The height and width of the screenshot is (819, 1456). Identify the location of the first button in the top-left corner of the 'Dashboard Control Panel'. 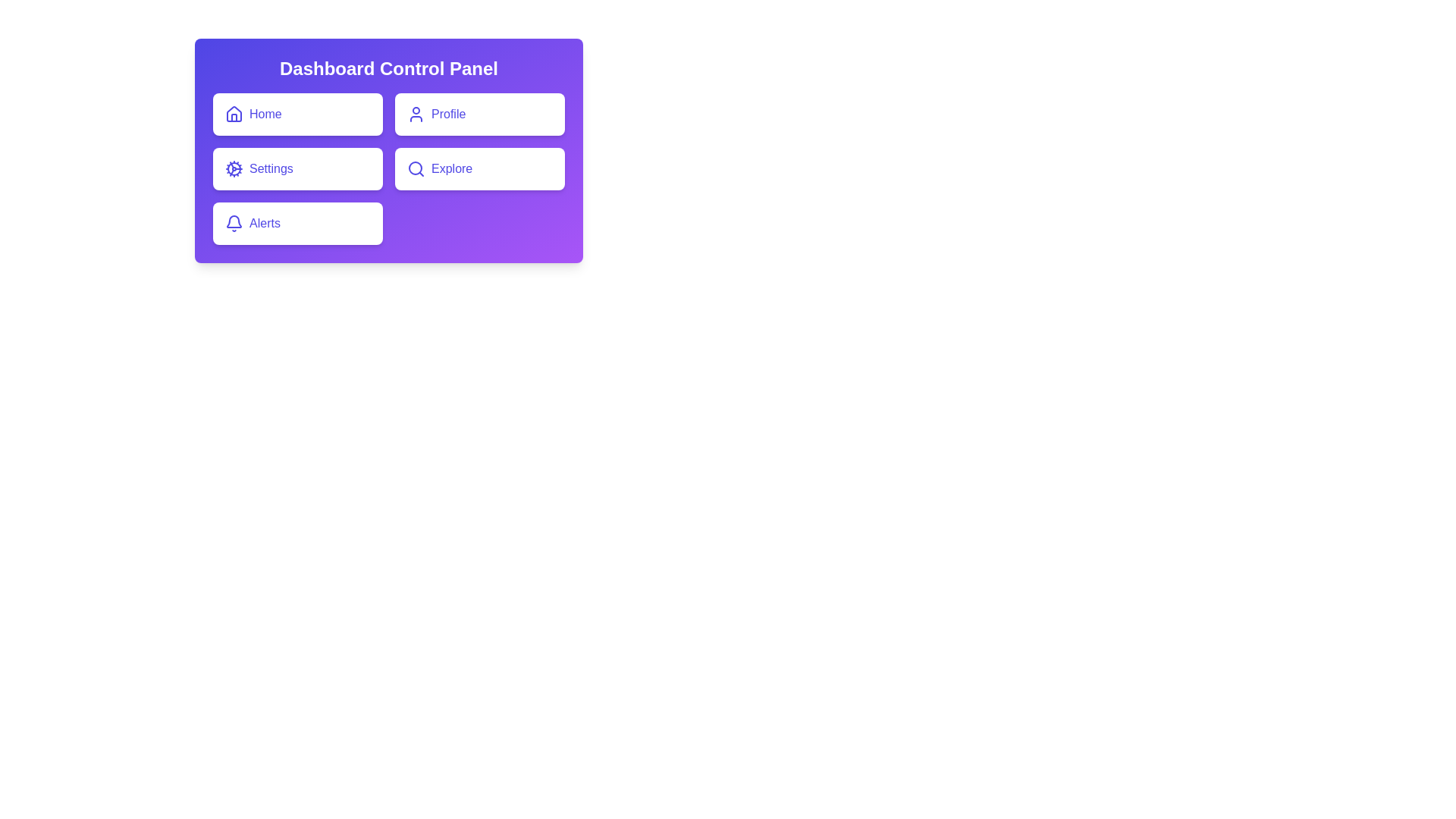
(298, 113).